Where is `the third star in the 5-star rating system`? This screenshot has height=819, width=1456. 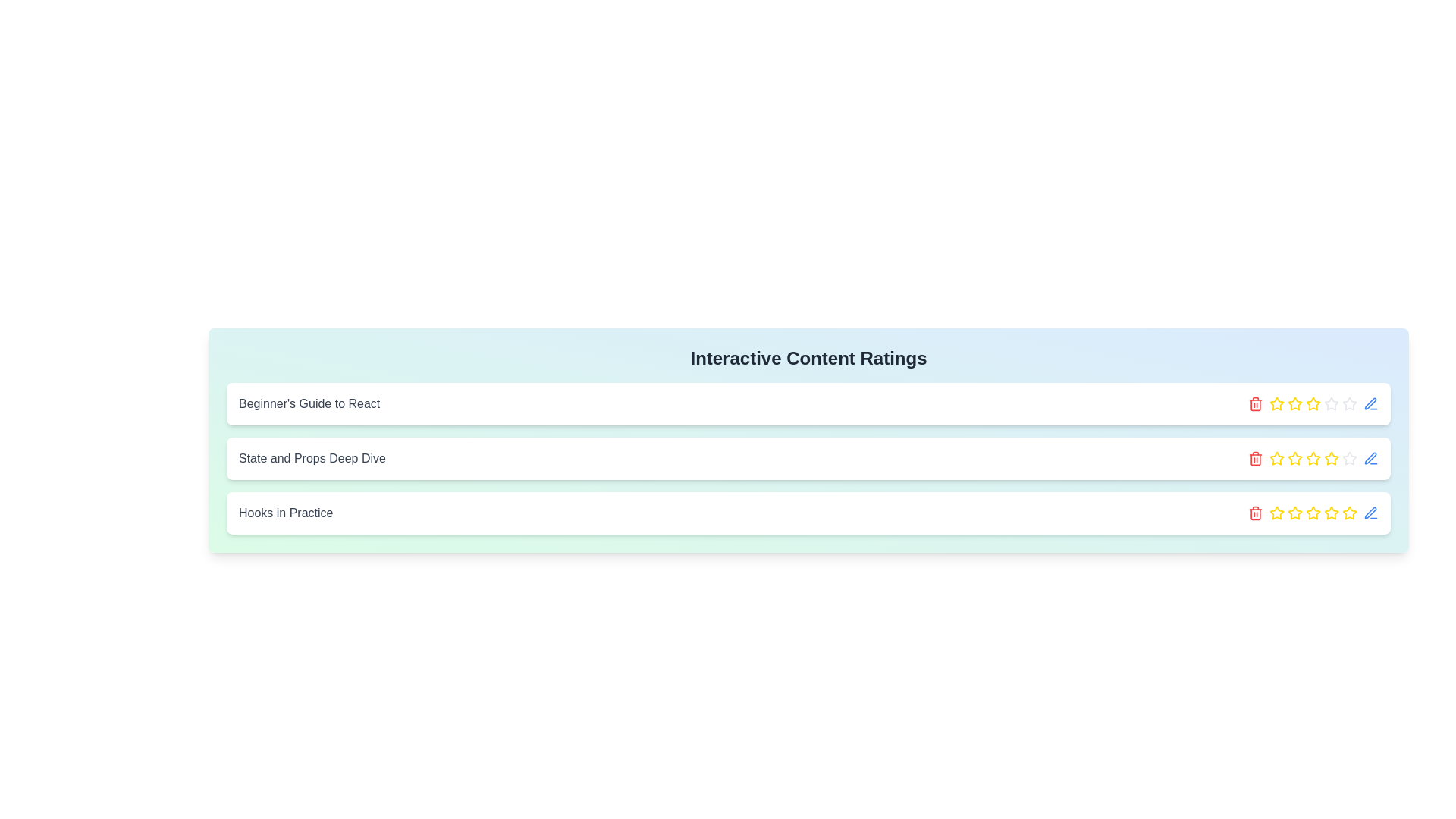 the third star in the 5-star rating system is located at coordinates (1313, 513).